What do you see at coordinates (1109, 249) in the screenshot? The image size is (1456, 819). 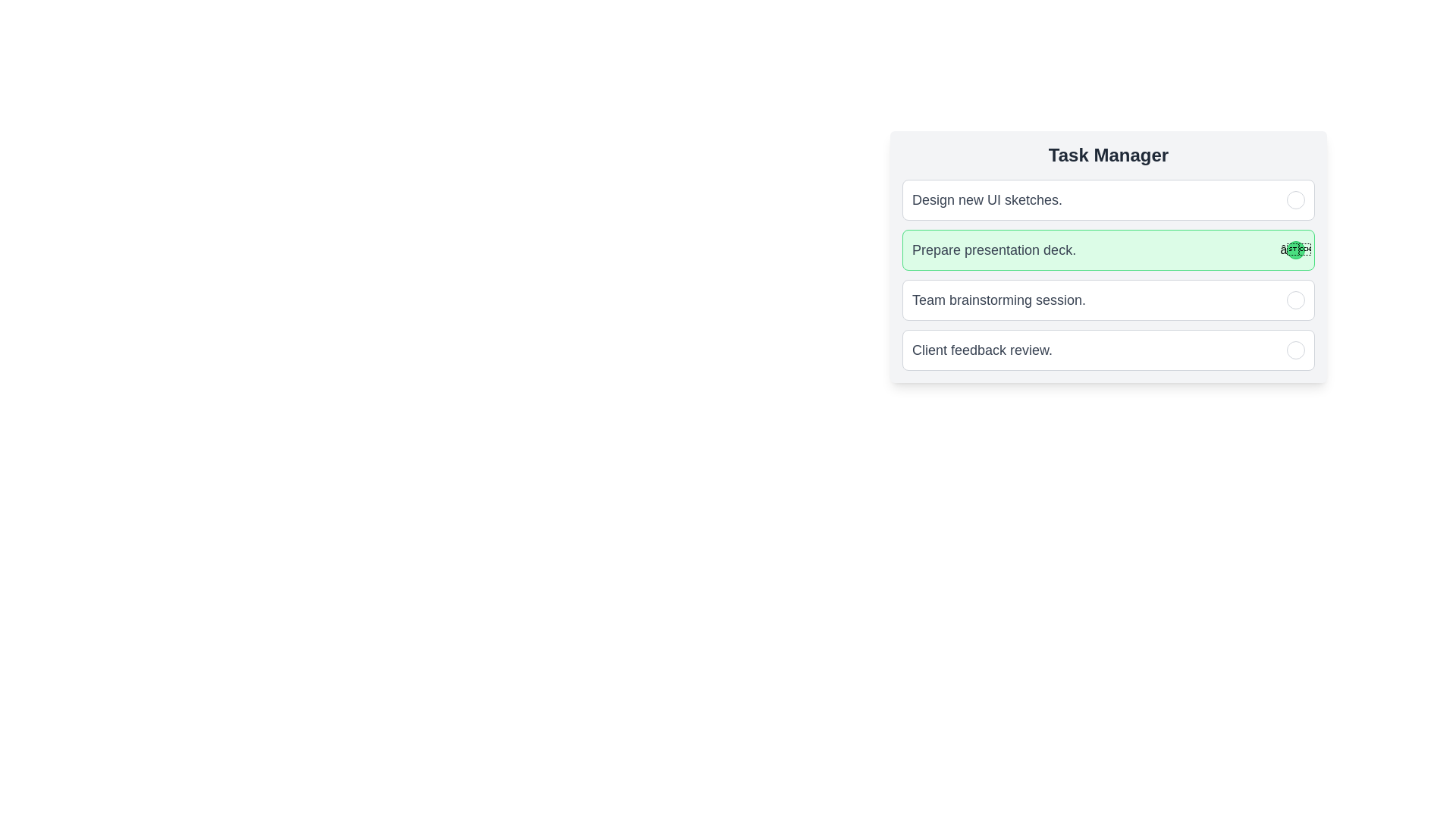 I see `the Task item with completion status displaying 'Prepare presentation deck.'` at bounding box center [1109, 249].